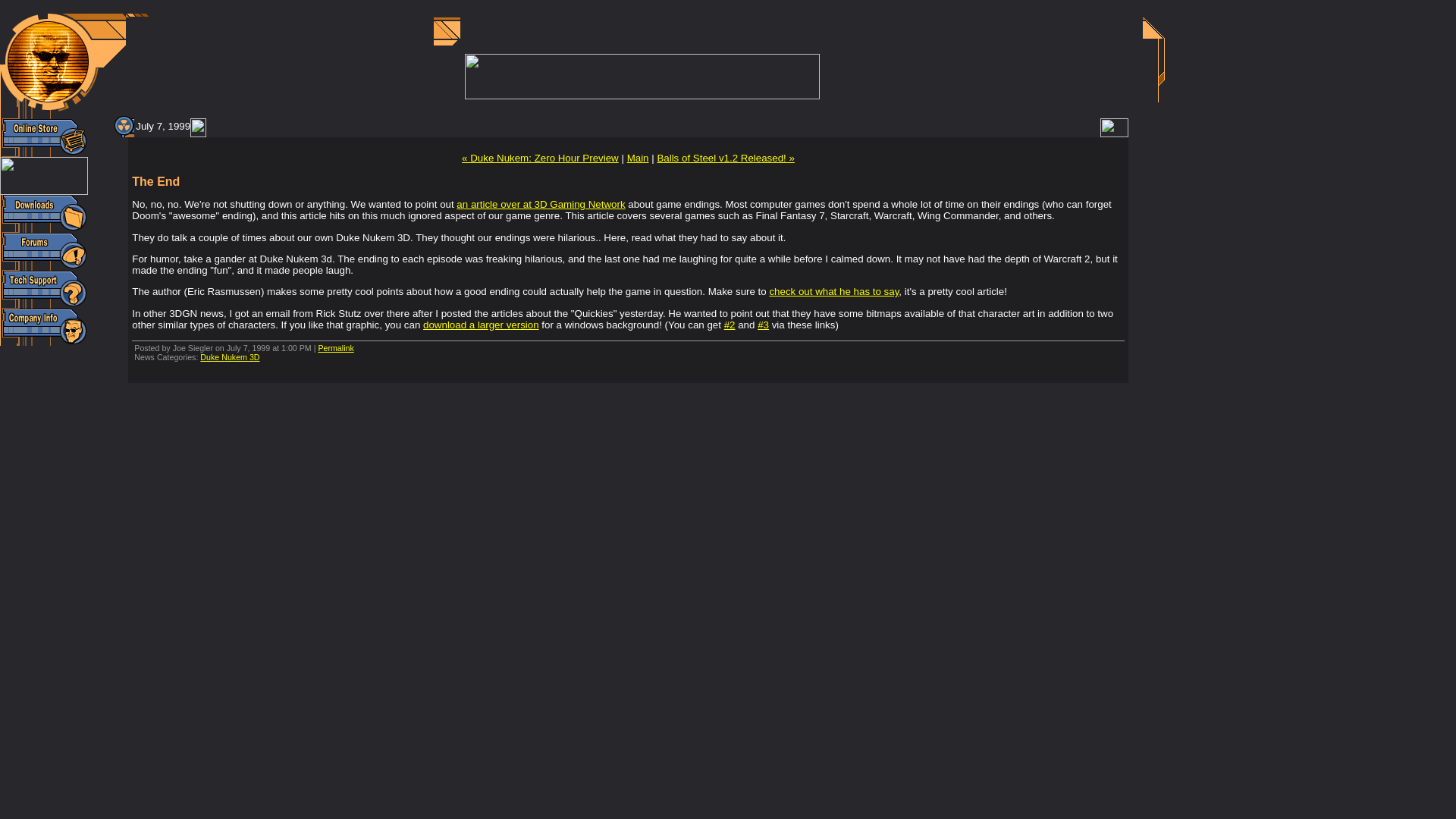  What do you see at coordinates (768, 291) in the screenshot?
I see `'check out what he has to say'` at bounding box center [768, 291].